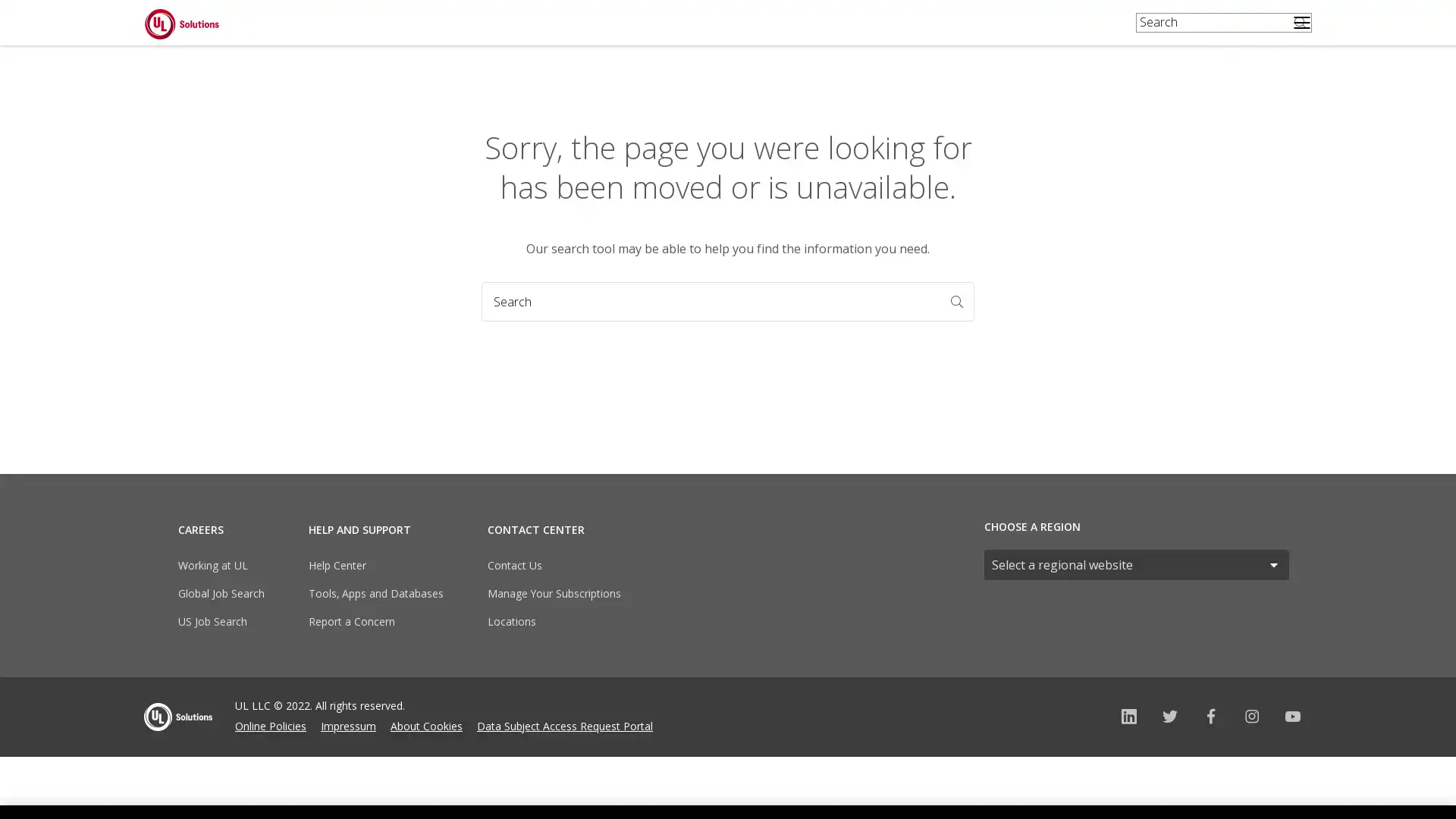  What do you see at coordinates (1303, 33) in the screenshot?
I see `Search` at bounding box center [1303, 33].